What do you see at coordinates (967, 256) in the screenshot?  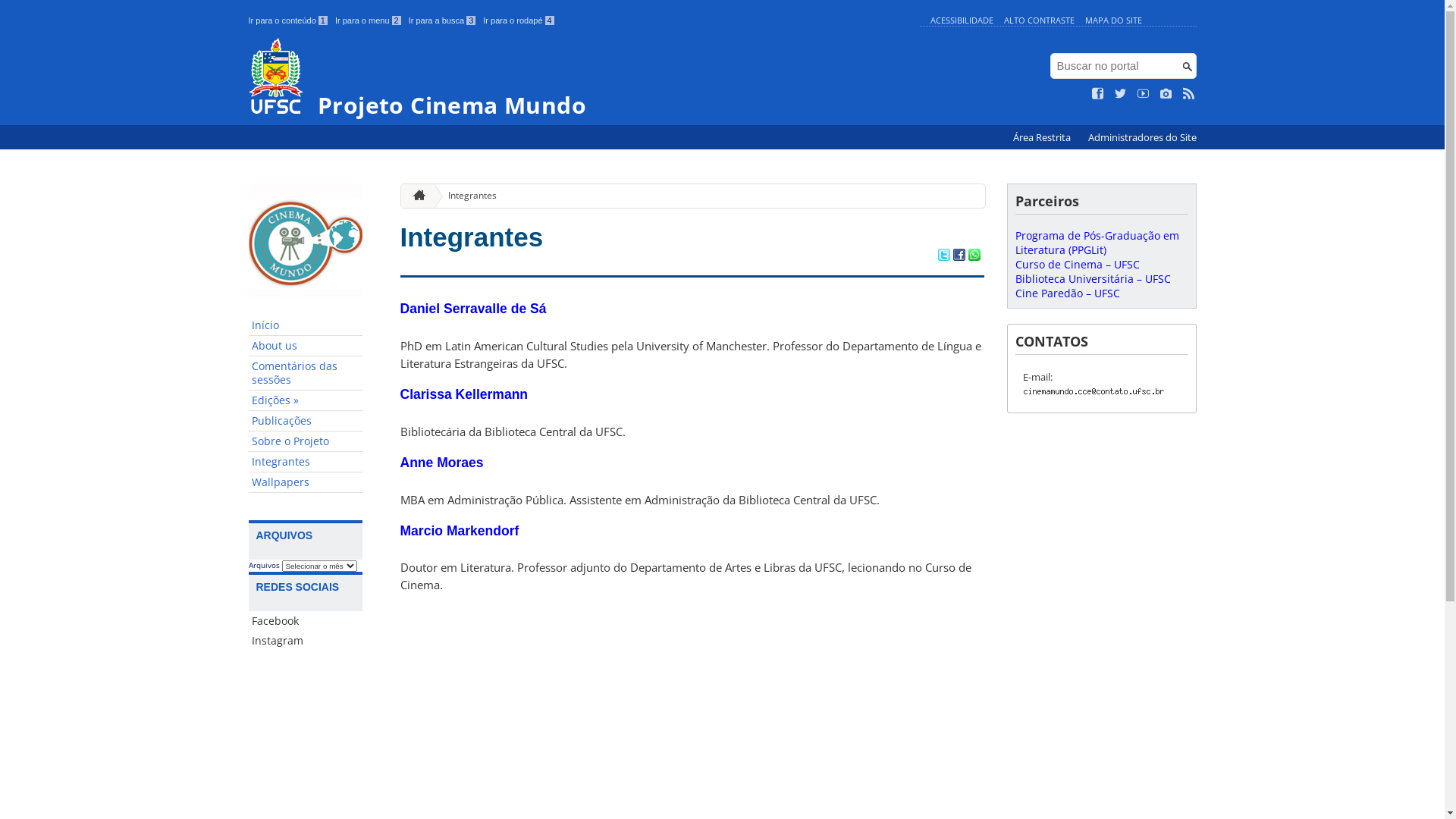 I see `'Compartilhar no WhatsApp'` at bounding box center [967, 256].